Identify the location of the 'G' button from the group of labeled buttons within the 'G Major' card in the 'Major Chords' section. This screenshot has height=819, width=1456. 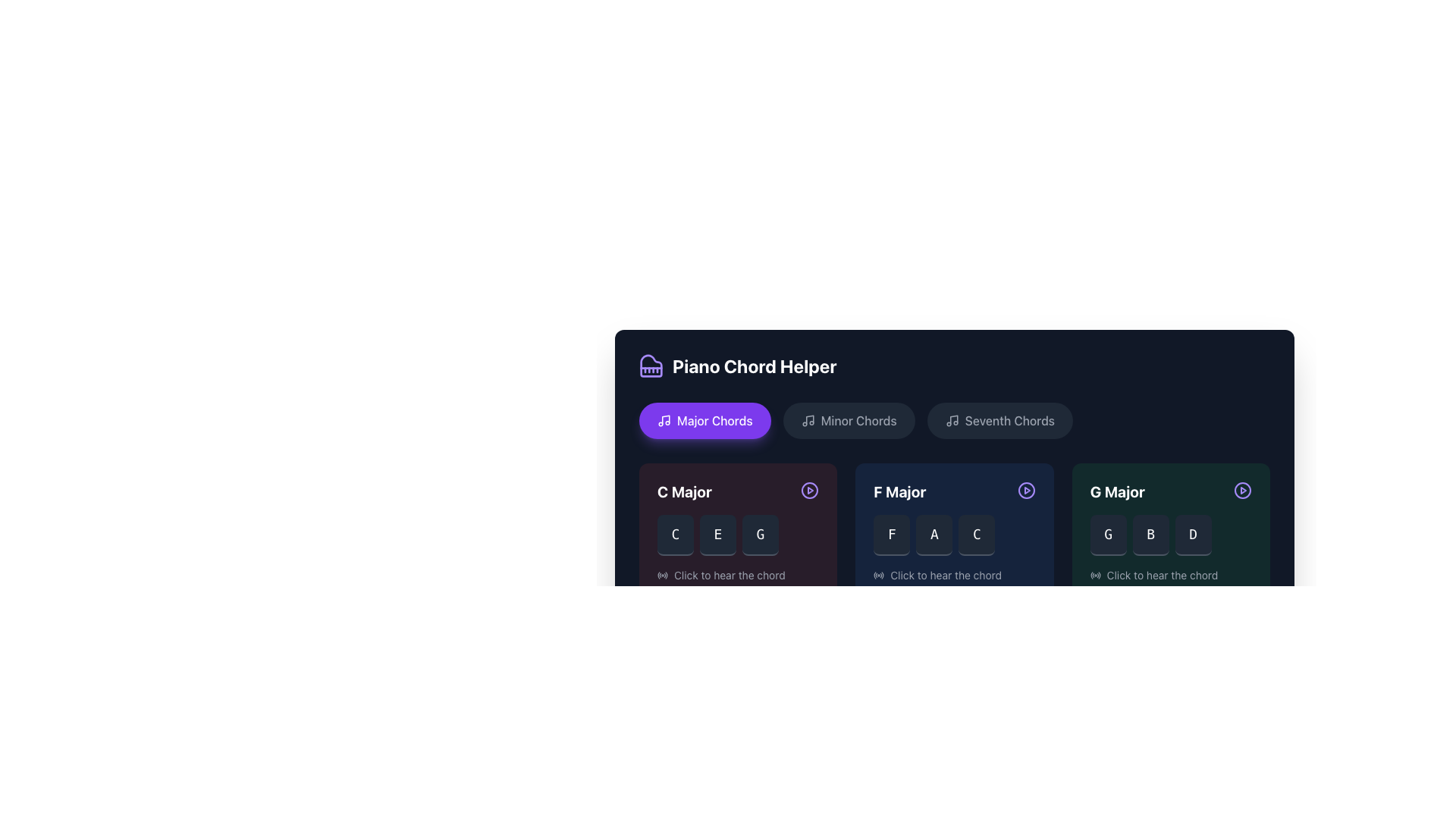
(1170, 534).